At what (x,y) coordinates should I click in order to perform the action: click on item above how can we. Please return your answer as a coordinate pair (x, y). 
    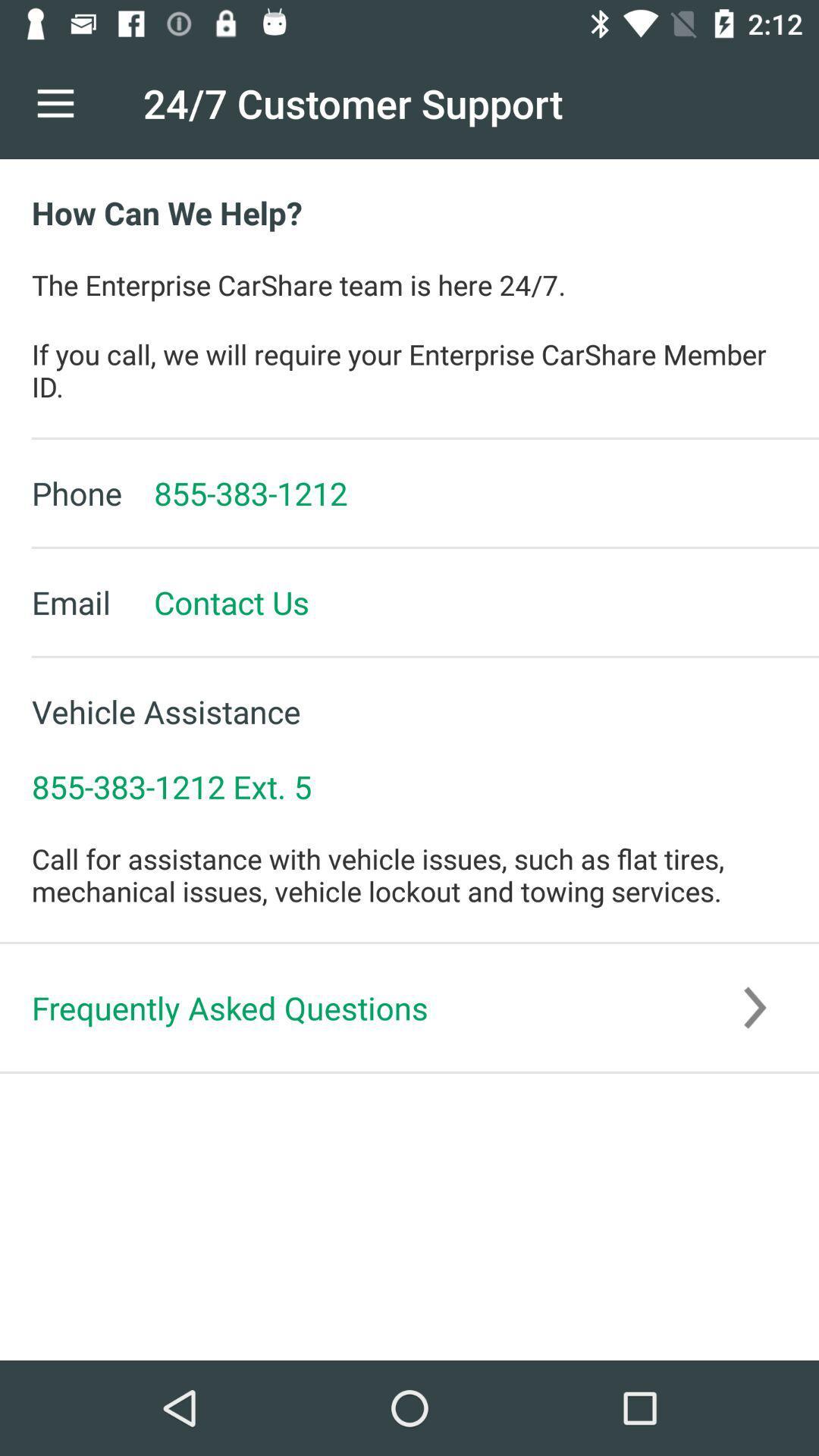
    Looking at the image, I should click on (55, 102).